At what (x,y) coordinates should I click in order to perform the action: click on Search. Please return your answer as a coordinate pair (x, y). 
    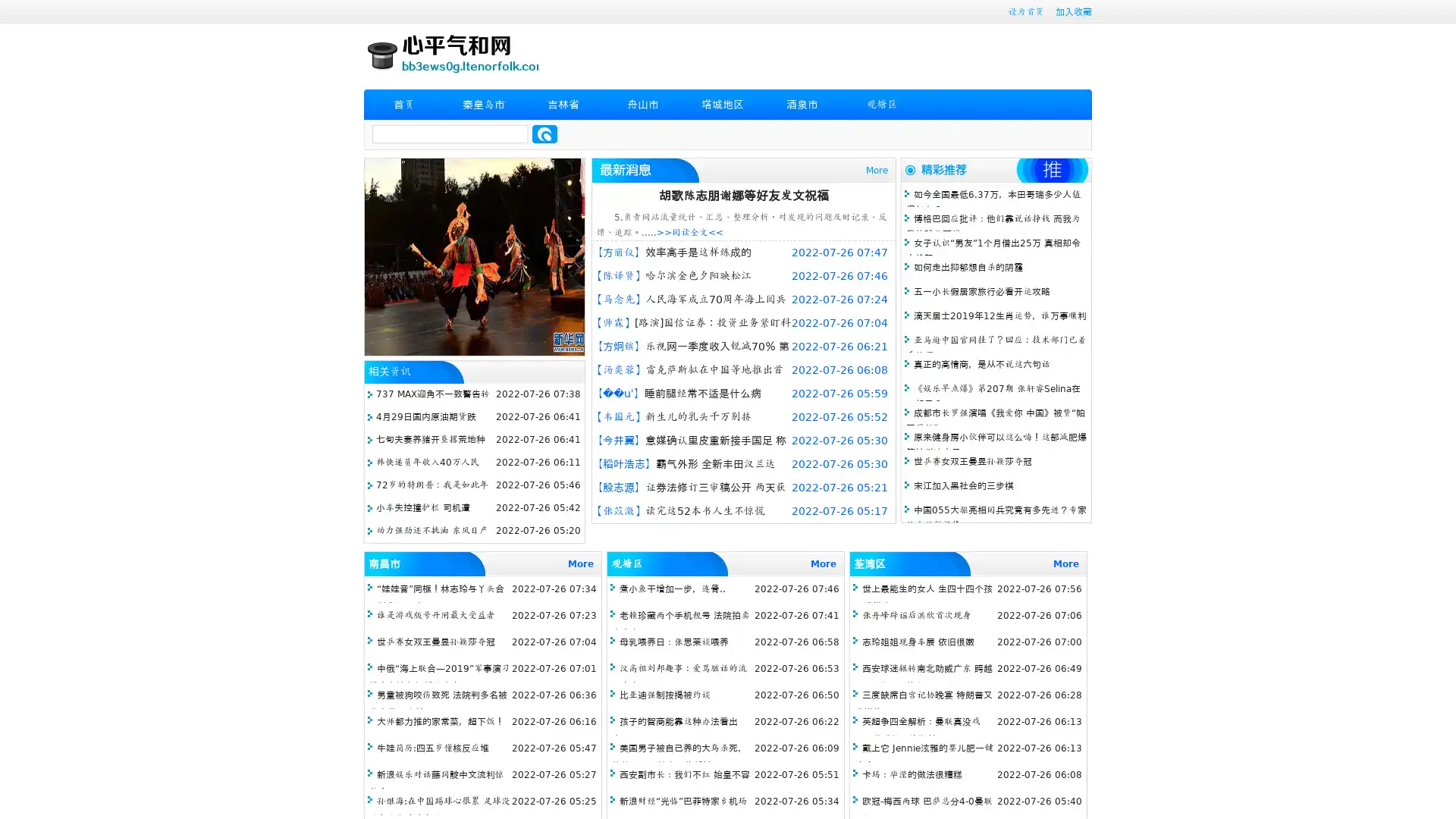
    Looking at the image, I should click on (544, 133).